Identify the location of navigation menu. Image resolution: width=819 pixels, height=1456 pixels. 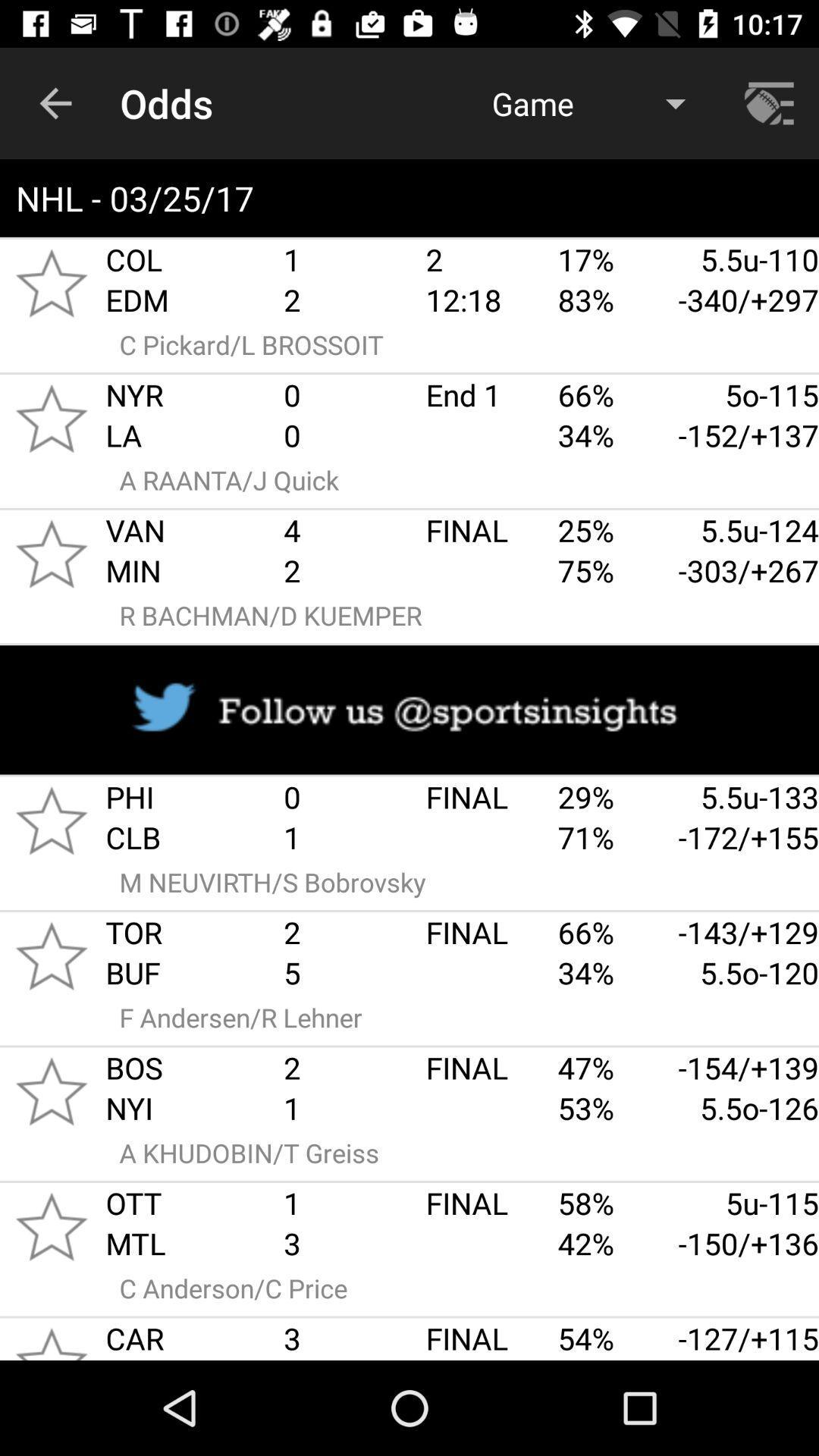
(771, 102).